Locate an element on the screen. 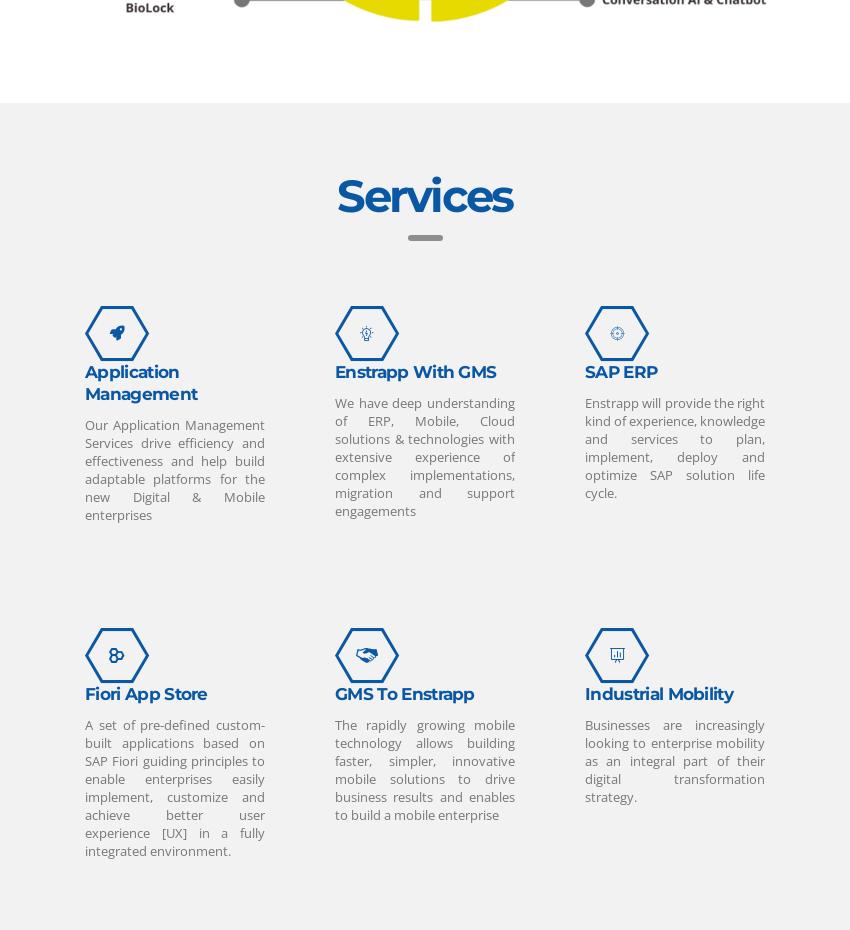  'The rapidly growing mobile technology allows building faster, simpler, innovative mobile solutions to drive business results and enables to build a mobile enterprise' is located at coordinates (425, 769).